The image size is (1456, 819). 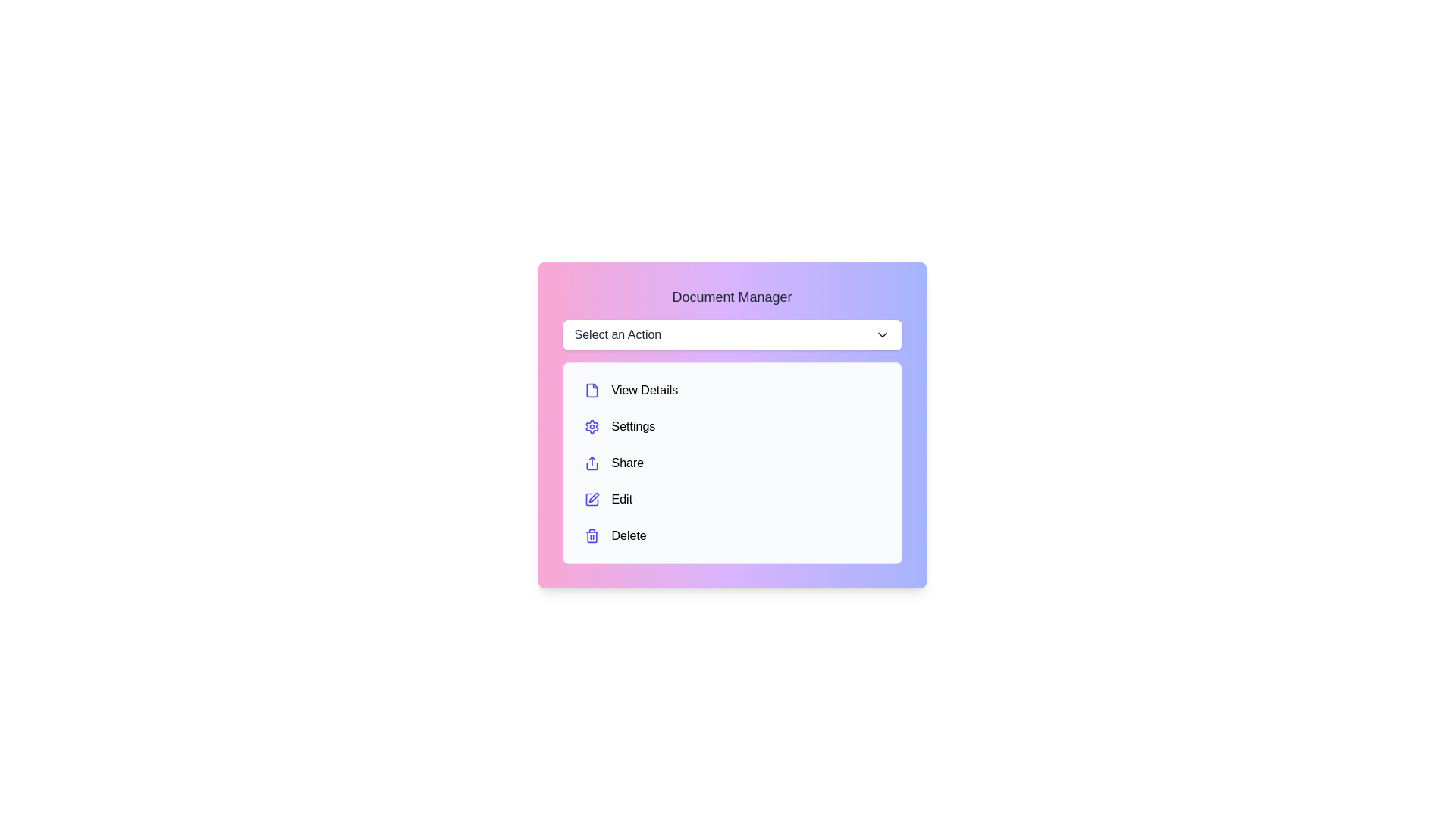 I want to click on the share button located within the 'Document Manager' group, positioned between the 'Settings' button and the 'Edit' button, so click(x=732, y=462).